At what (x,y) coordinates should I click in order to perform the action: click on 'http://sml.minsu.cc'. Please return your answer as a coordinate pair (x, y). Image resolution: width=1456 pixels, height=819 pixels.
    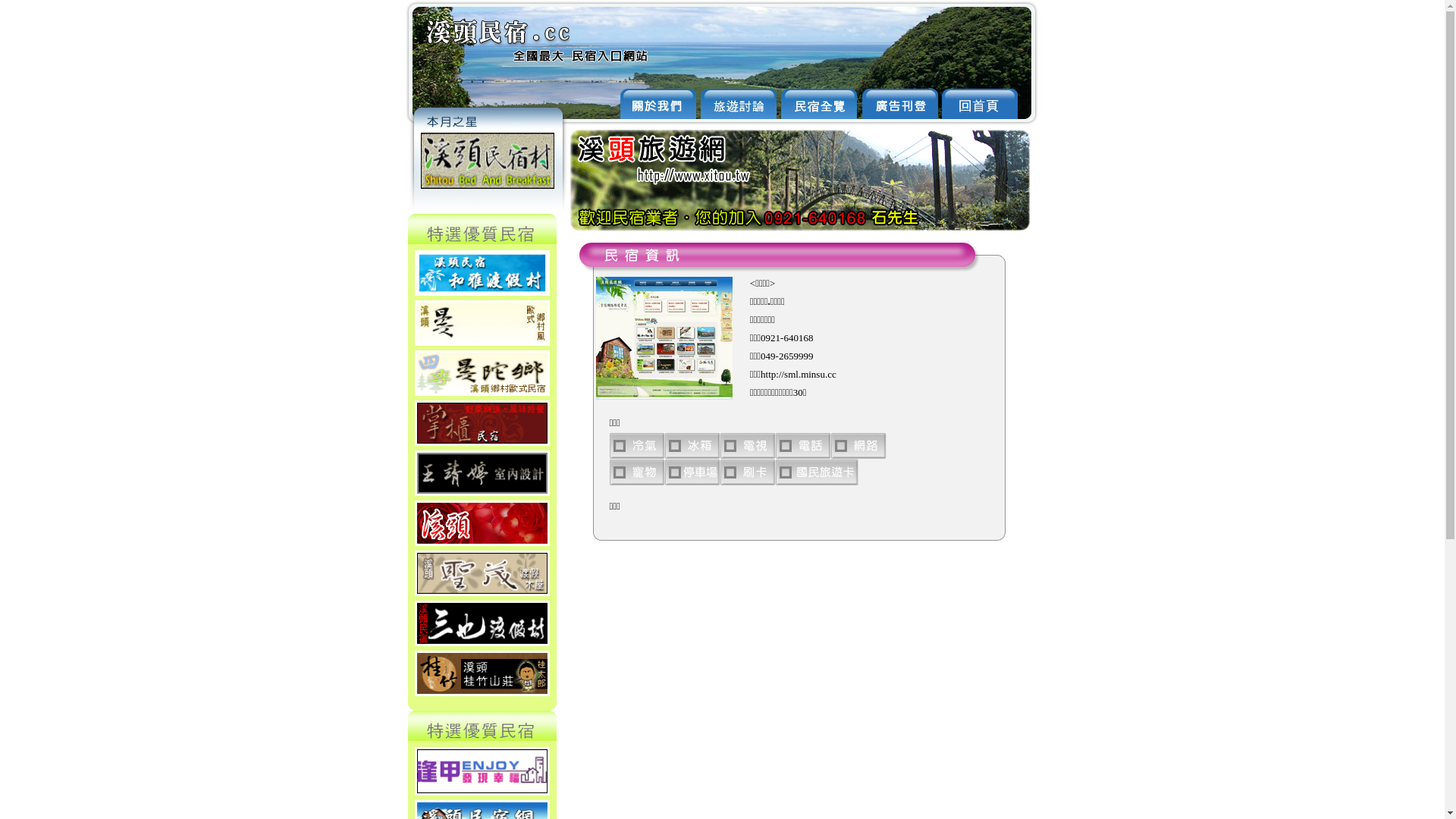
    Looking at the image, I should click on (797, 374).